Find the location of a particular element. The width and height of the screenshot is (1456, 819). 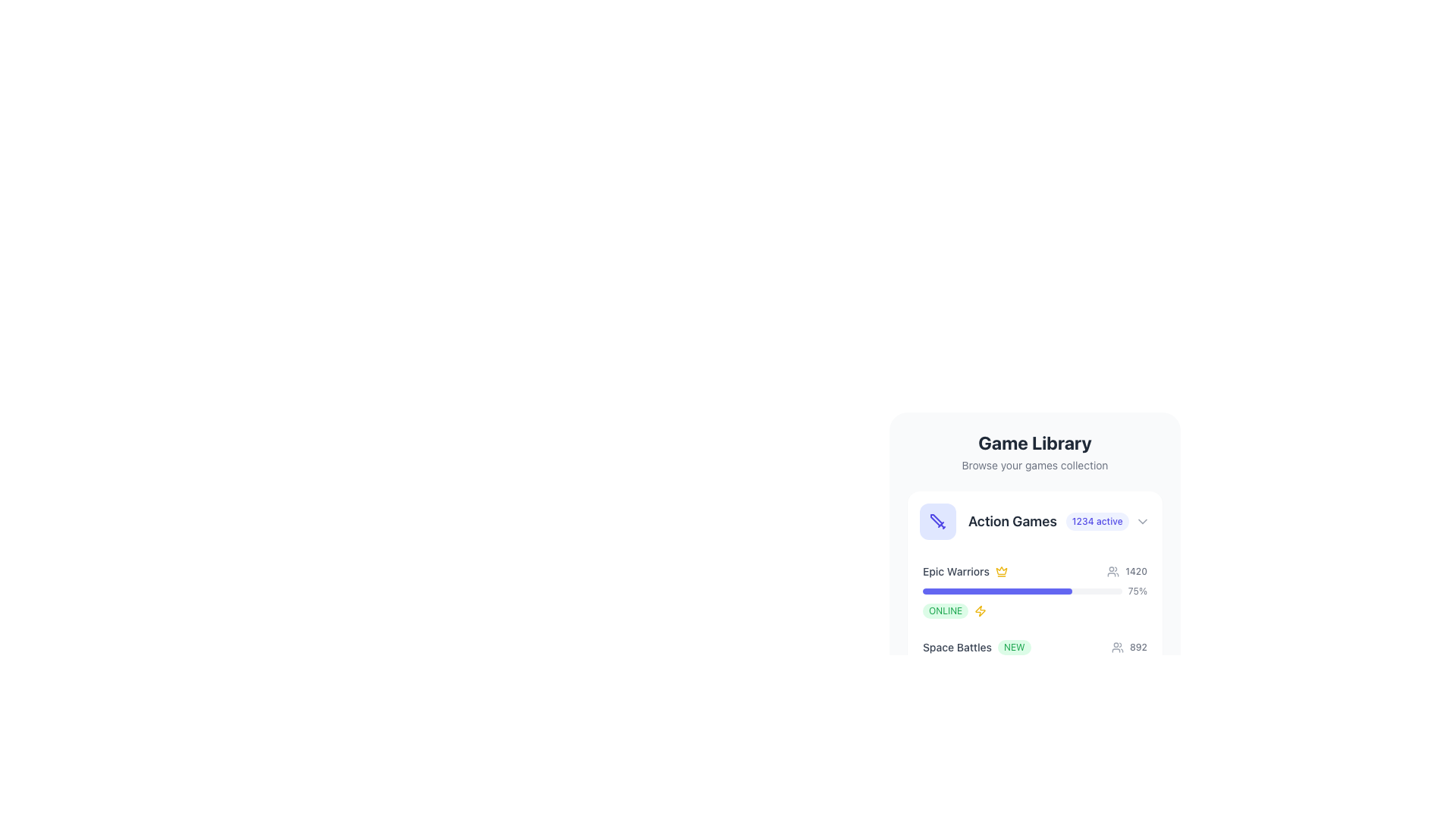

the progress bar indicating the current value, which is a horizontal bar with rounded corners, filled in purple and situated beneath the 'Epic Warriors' title is located at coordinates (1034, 590).